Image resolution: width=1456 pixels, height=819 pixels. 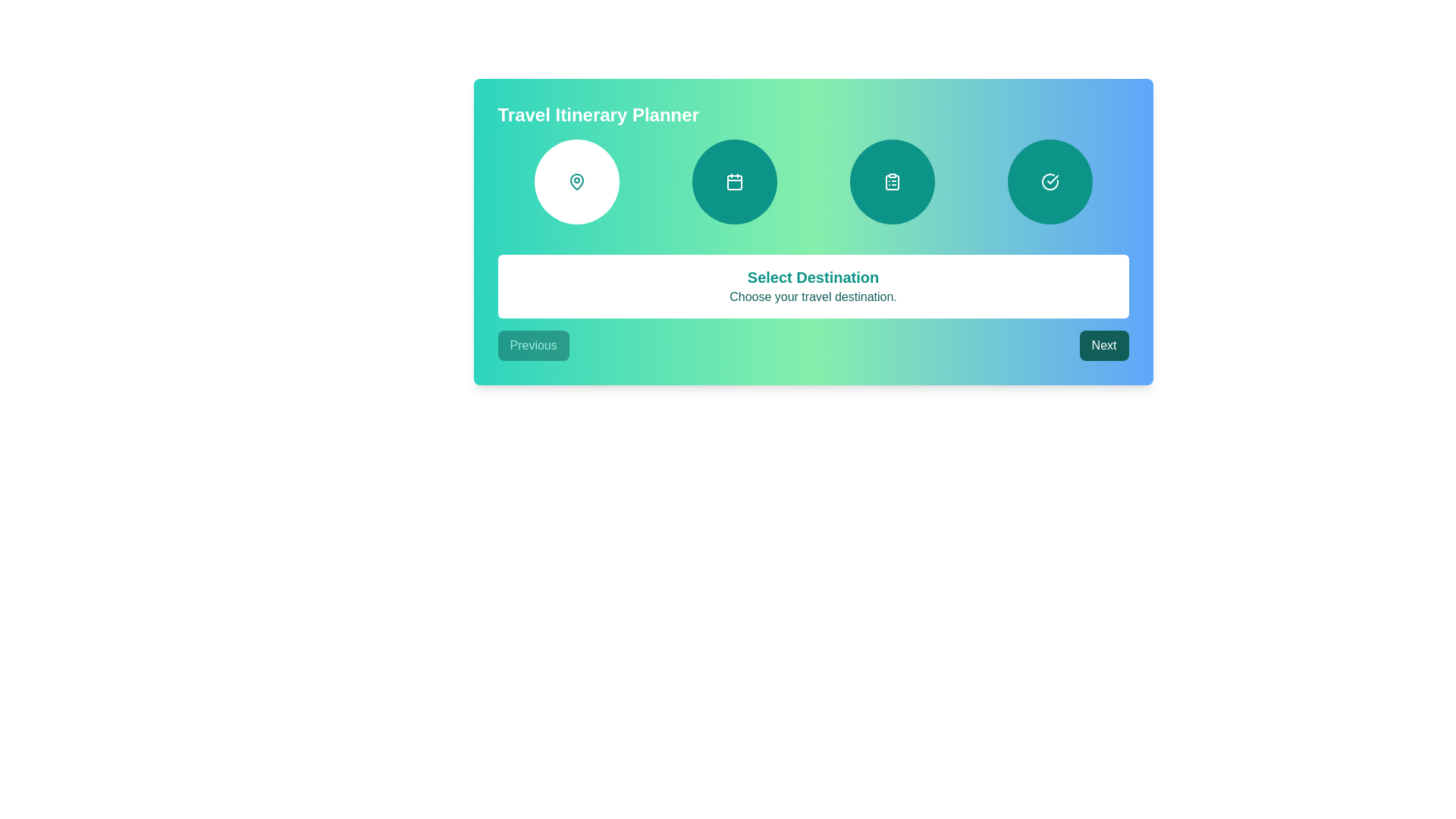 What do you see at coordinates (734, 181) in the screenshot?
I see `the inner part of the calendar icon, which is a small, rounded rectangle shape located centrally within the second circular icon in the horizontal list of three icons near the top of the layout` at bounding box center [734, 181].